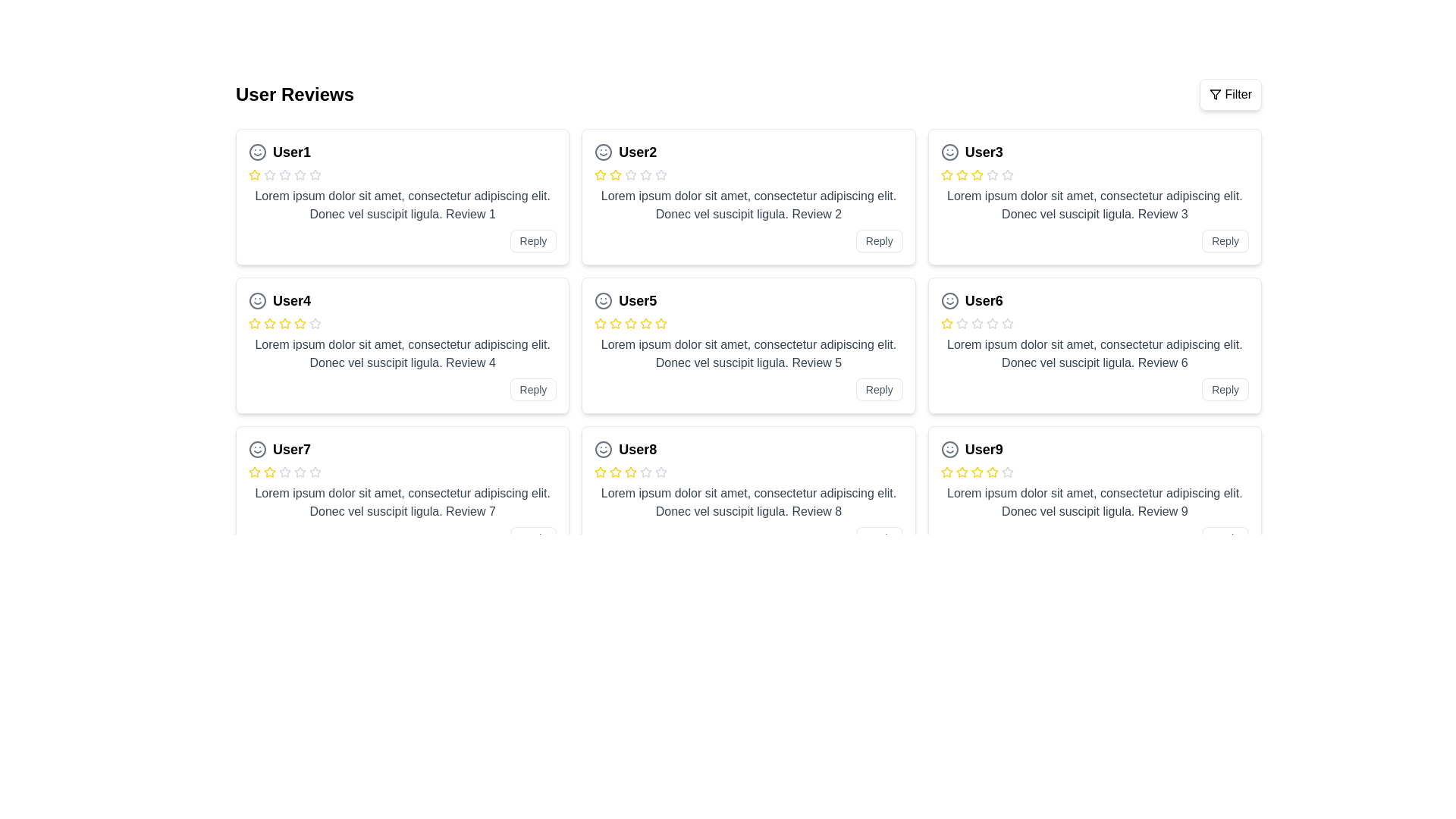  Describe the element at coordinates (1225, 537) in the screenshot. I see `the reply button located in the review card for 'User9' titled 'Review 9' by` at that location.